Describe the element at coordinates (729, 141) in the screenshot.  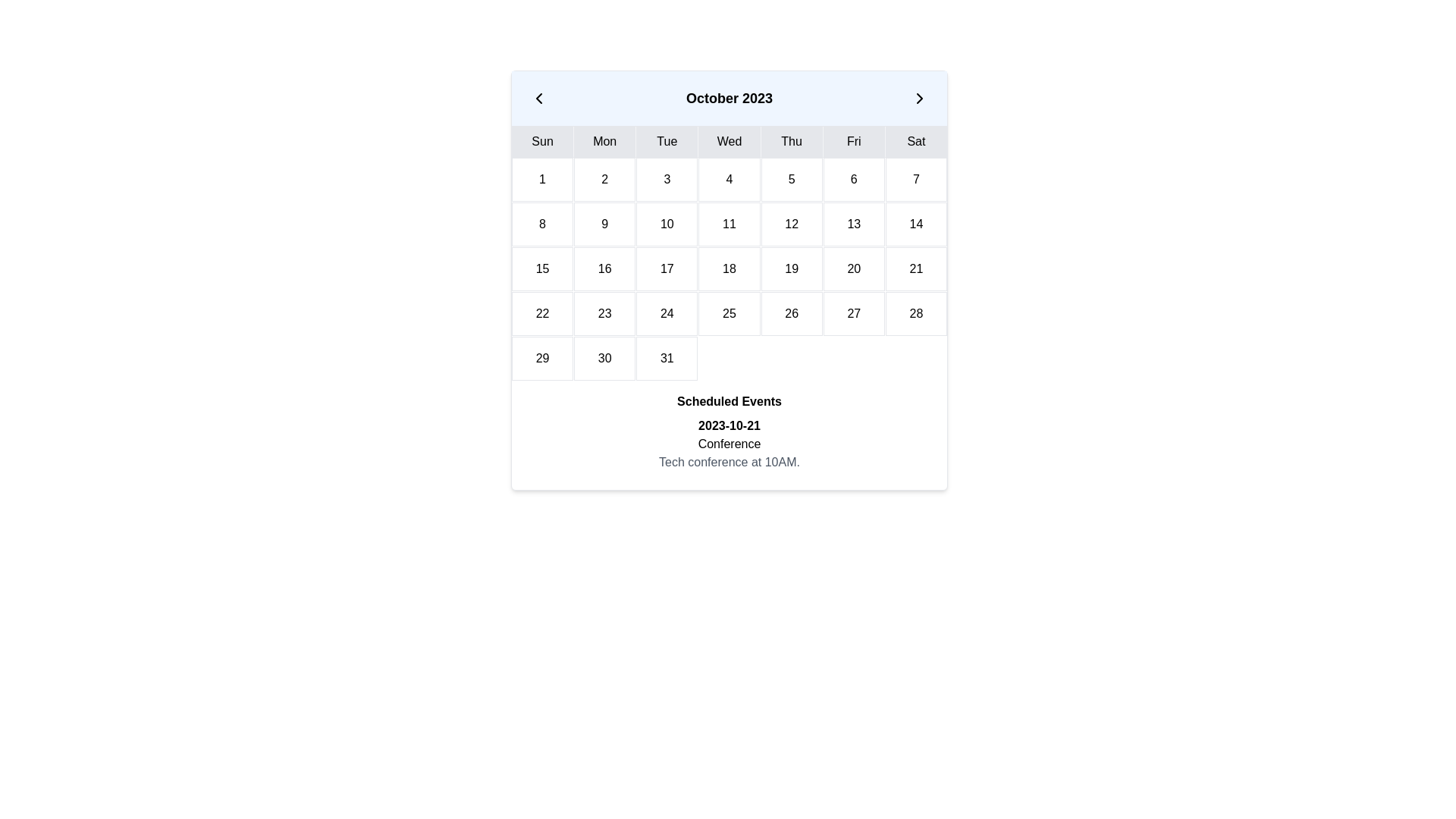
I see `the header row of weekdays in the calendar located below 'October 2023'` at that location.